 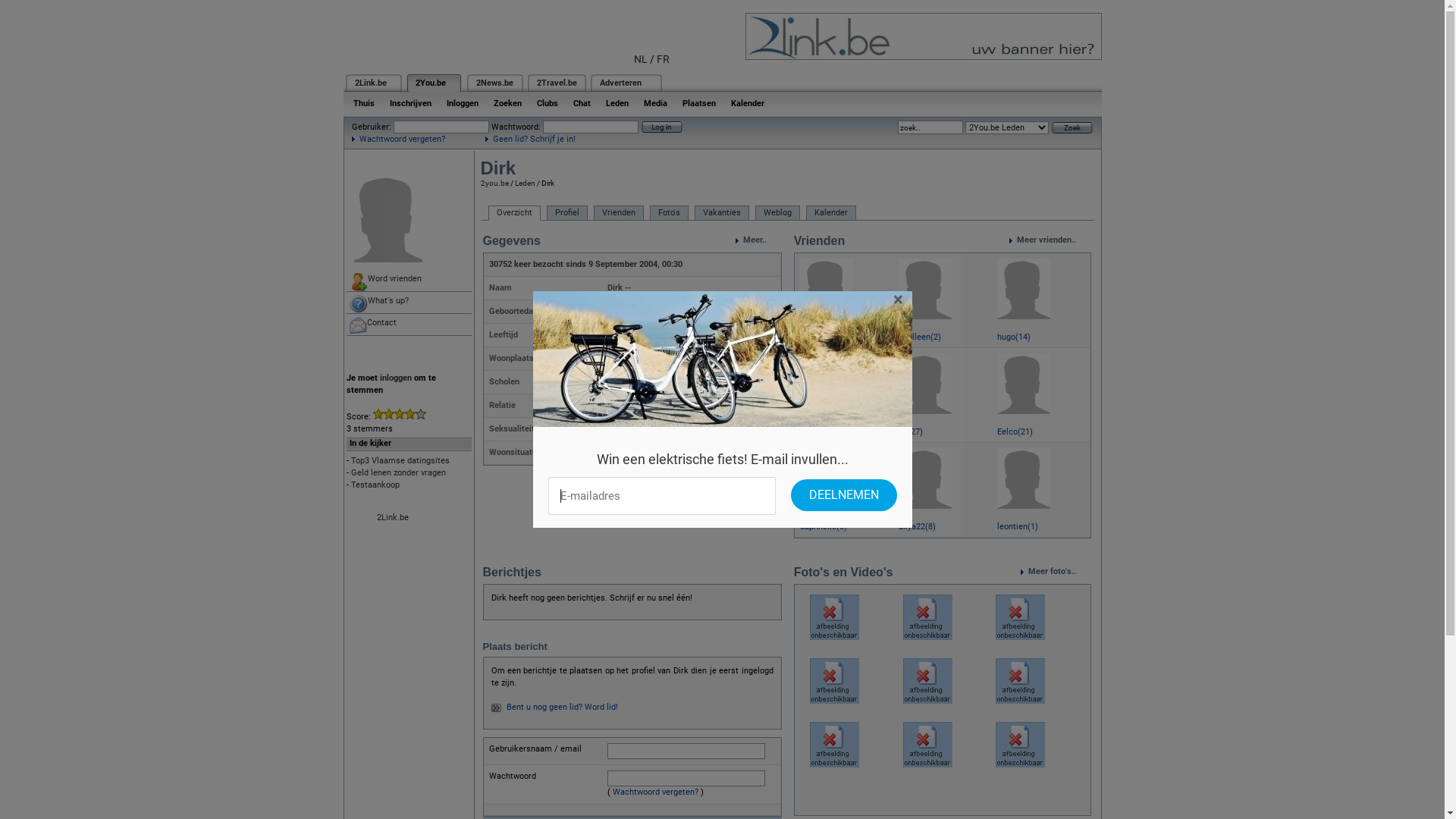 What do you see at coordinates (566, 213) in the screenshot?
I see `'Profiel'` at bounding box center [566, 213].